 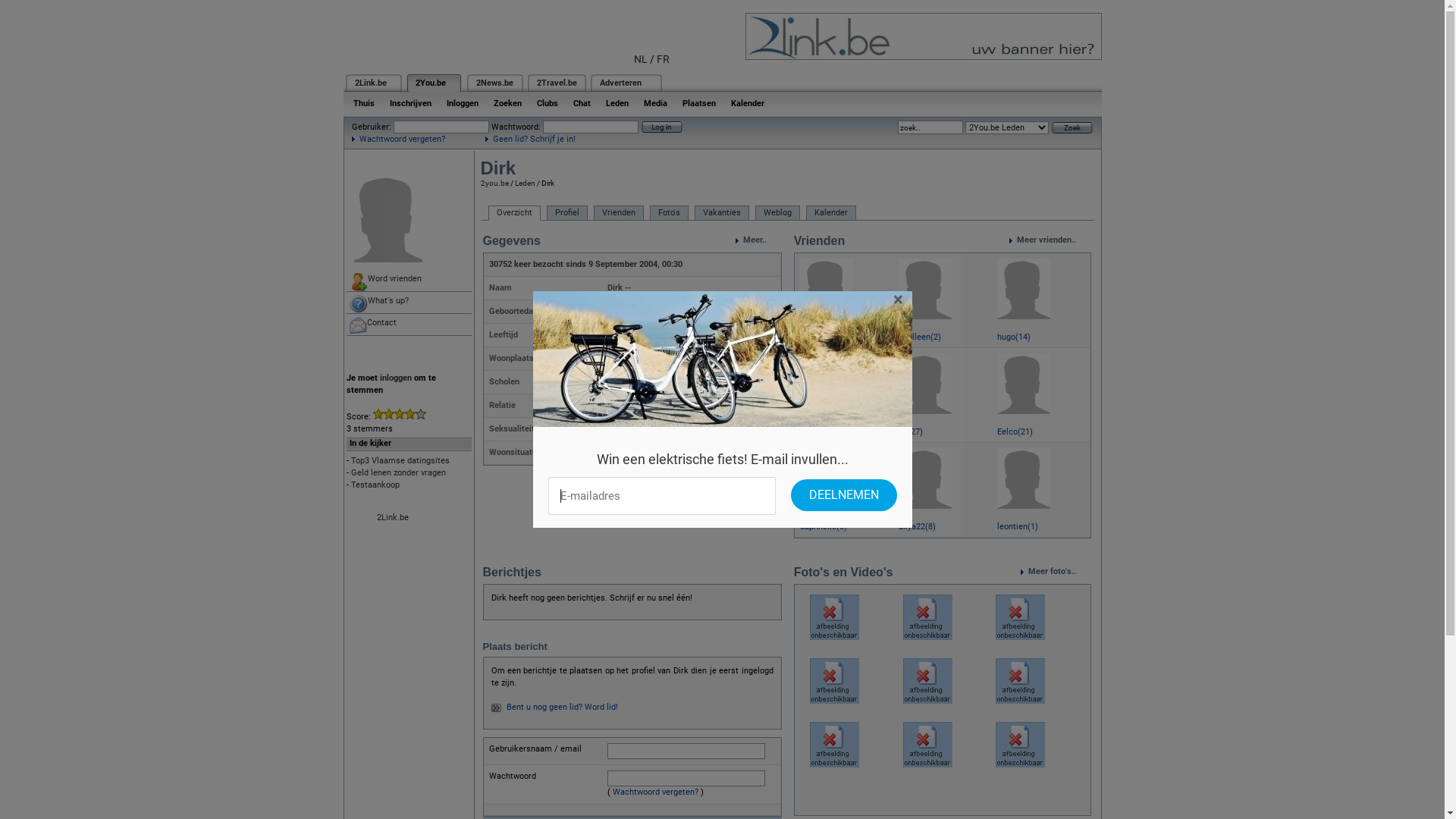 What do you see at coordinates (566, 213) in the screenshot?
I see `'Profiel'` at bounding box center [566, 213].